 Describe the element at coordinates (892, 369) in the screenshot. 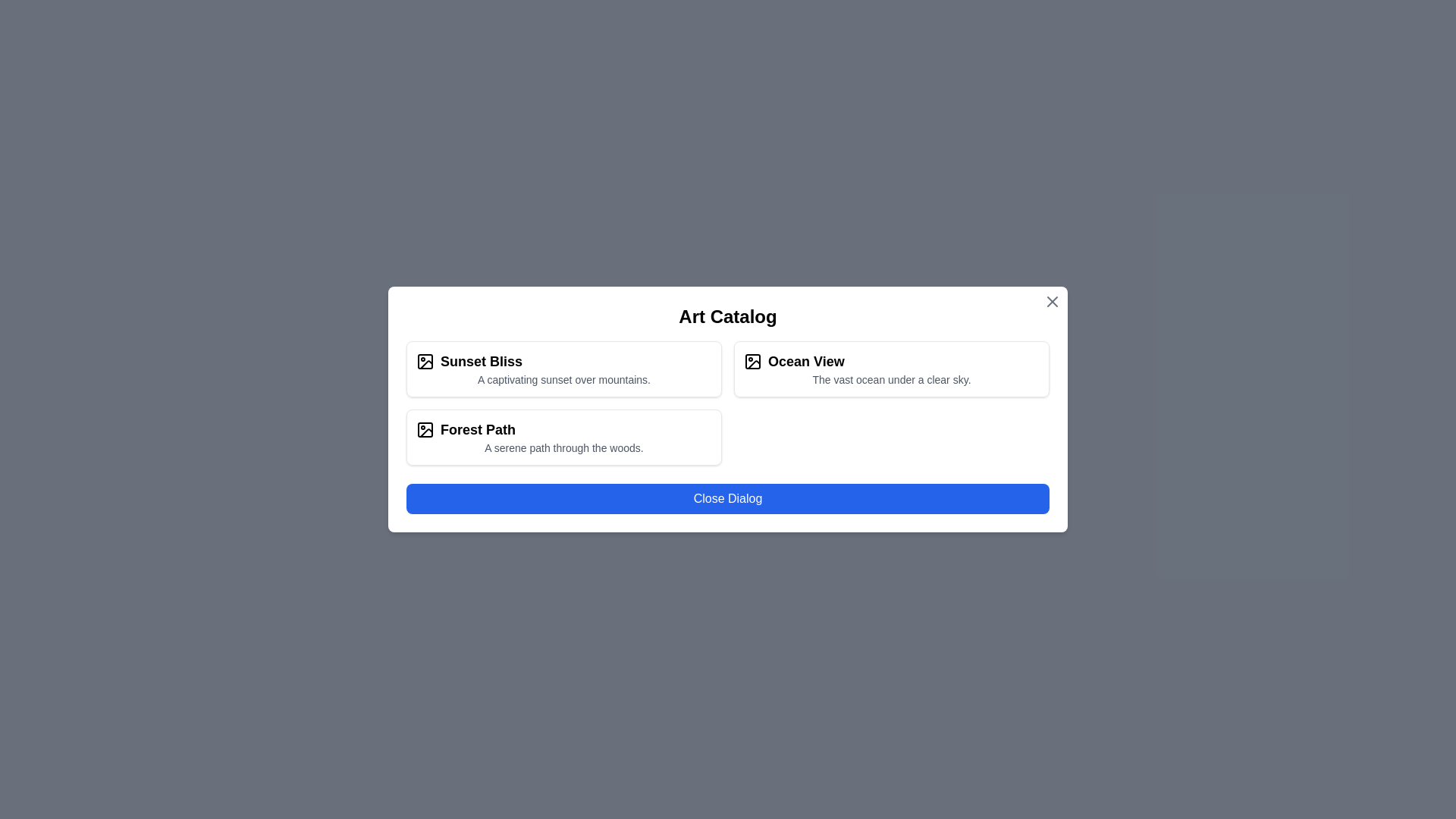

I see `the artwork card labeled Ocean View` at that location.